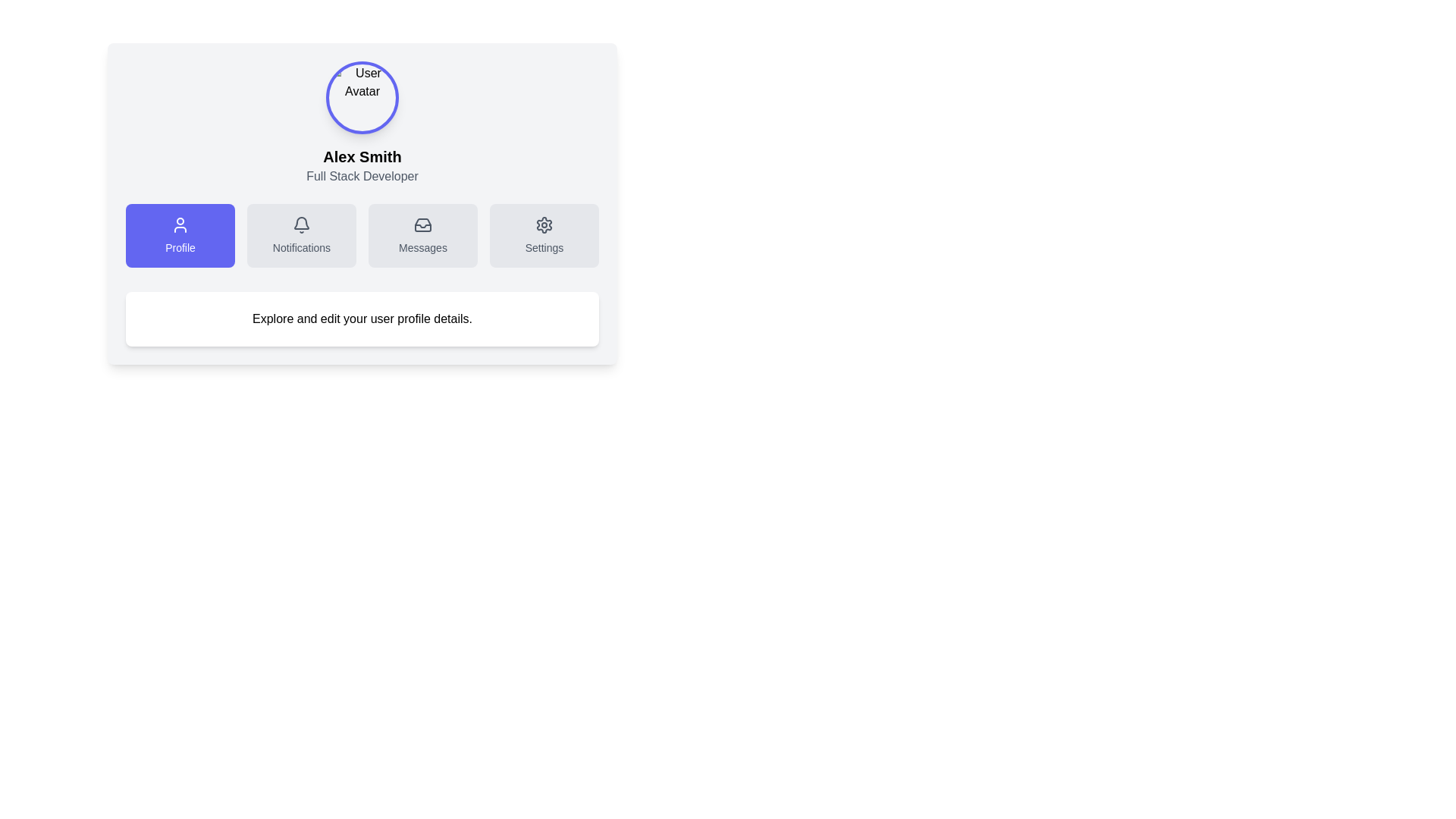  Describe the element at coordinates (544, 236) in the screenshot. I see `the fourth button in a row of four panels` at that location.